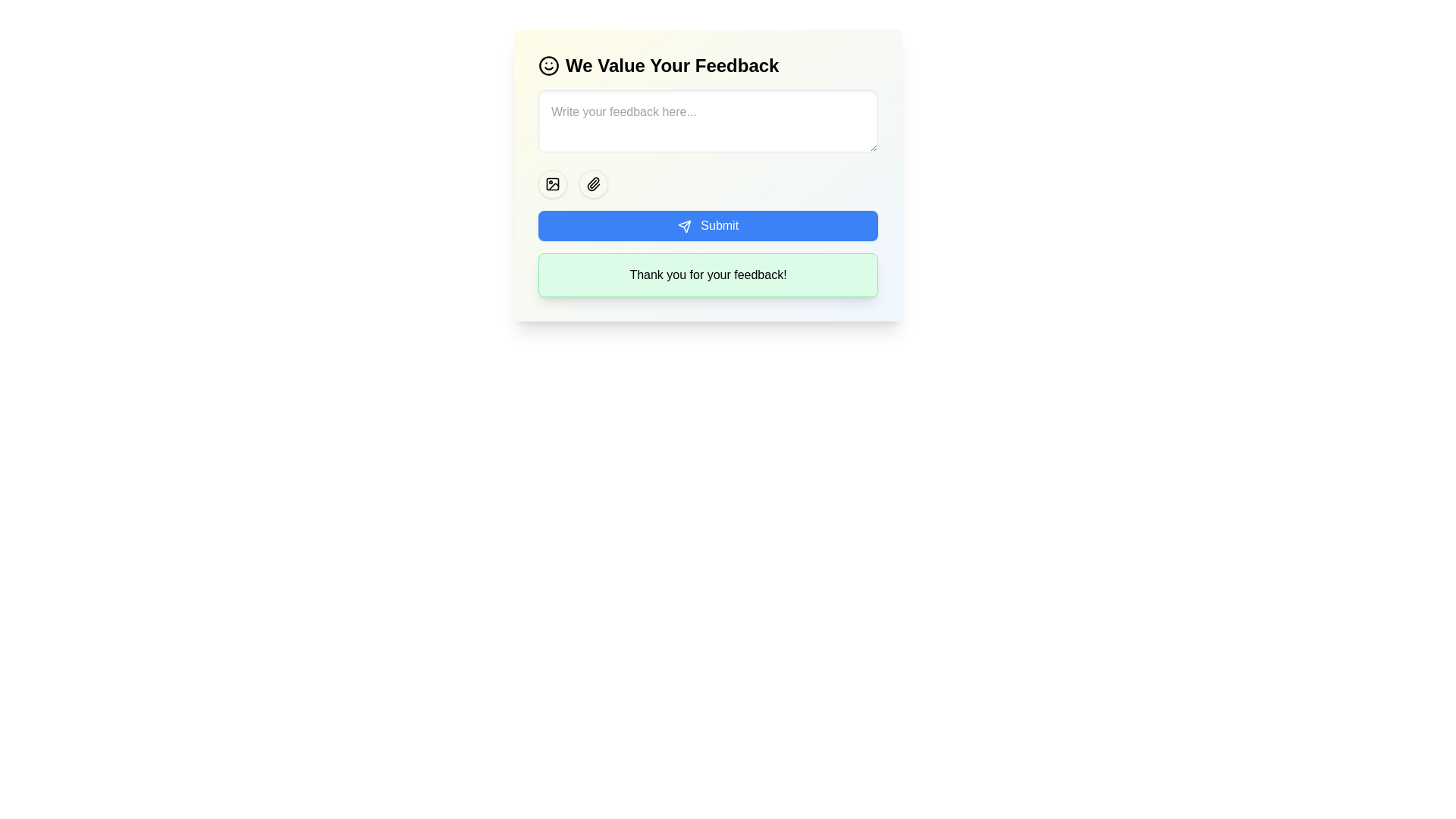  I want to click on the non-interactive Text Display Box, which is located below the blue 'Submit' button in a card-like structure with a gradient background, so click(708, 275).